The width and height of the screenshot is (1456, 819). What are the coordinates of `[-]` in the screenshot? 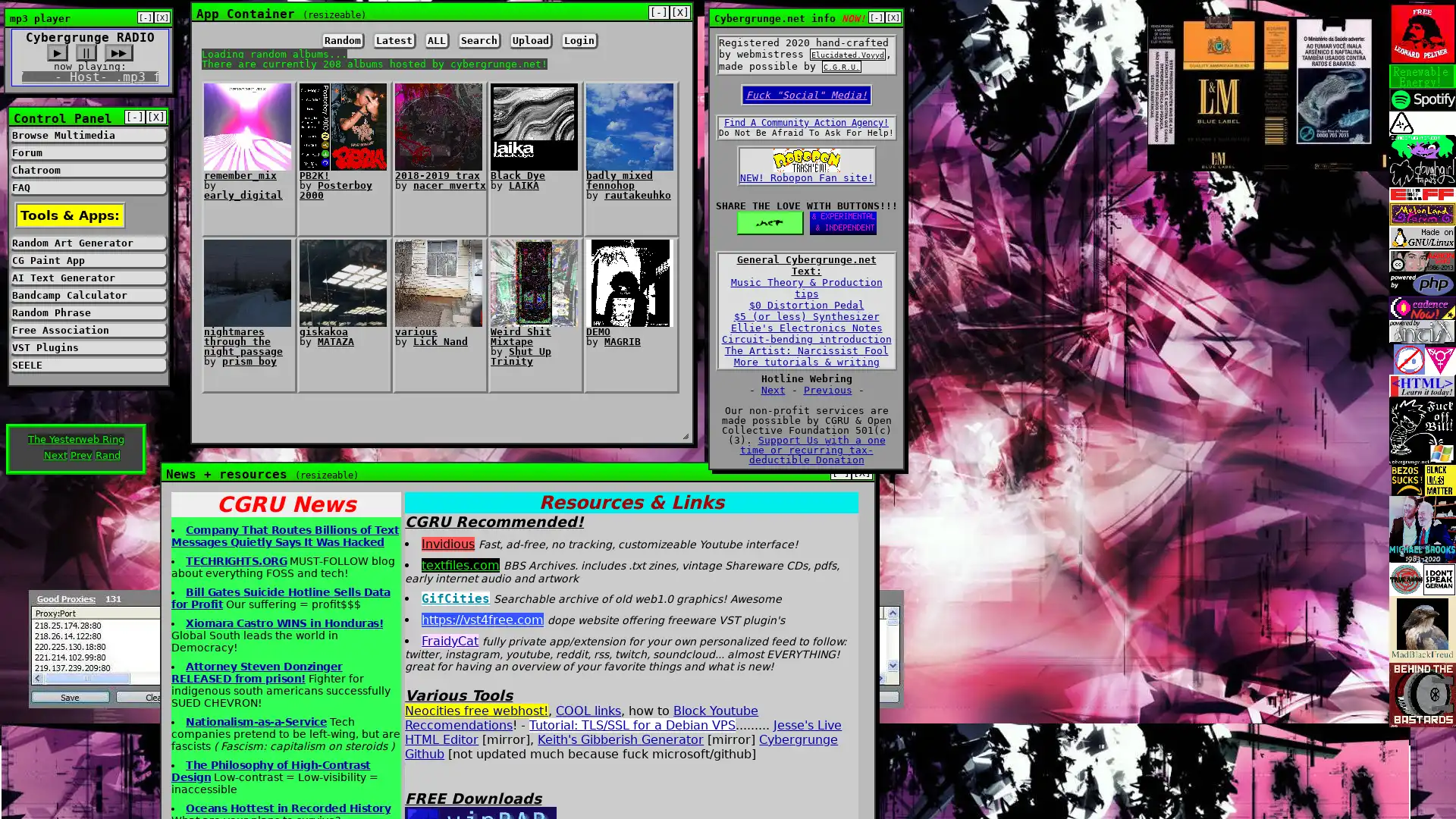 It's located at (658, 12).